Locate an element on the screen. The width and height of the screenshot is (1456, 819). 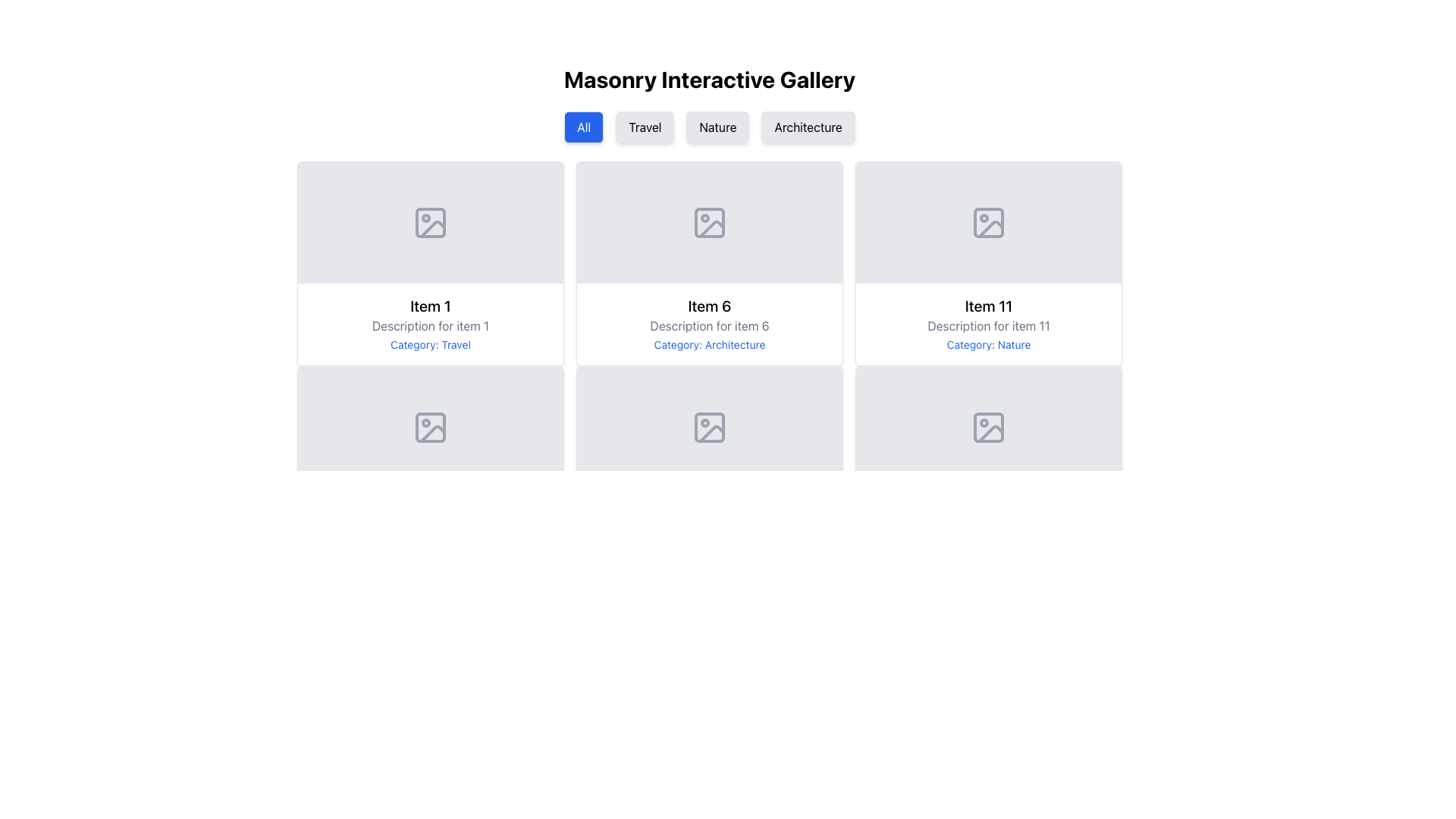
the Information block displaying details for 'Item 1', located on the first card in the lower portion beneath the icon area is located at coordinates (429, 324).